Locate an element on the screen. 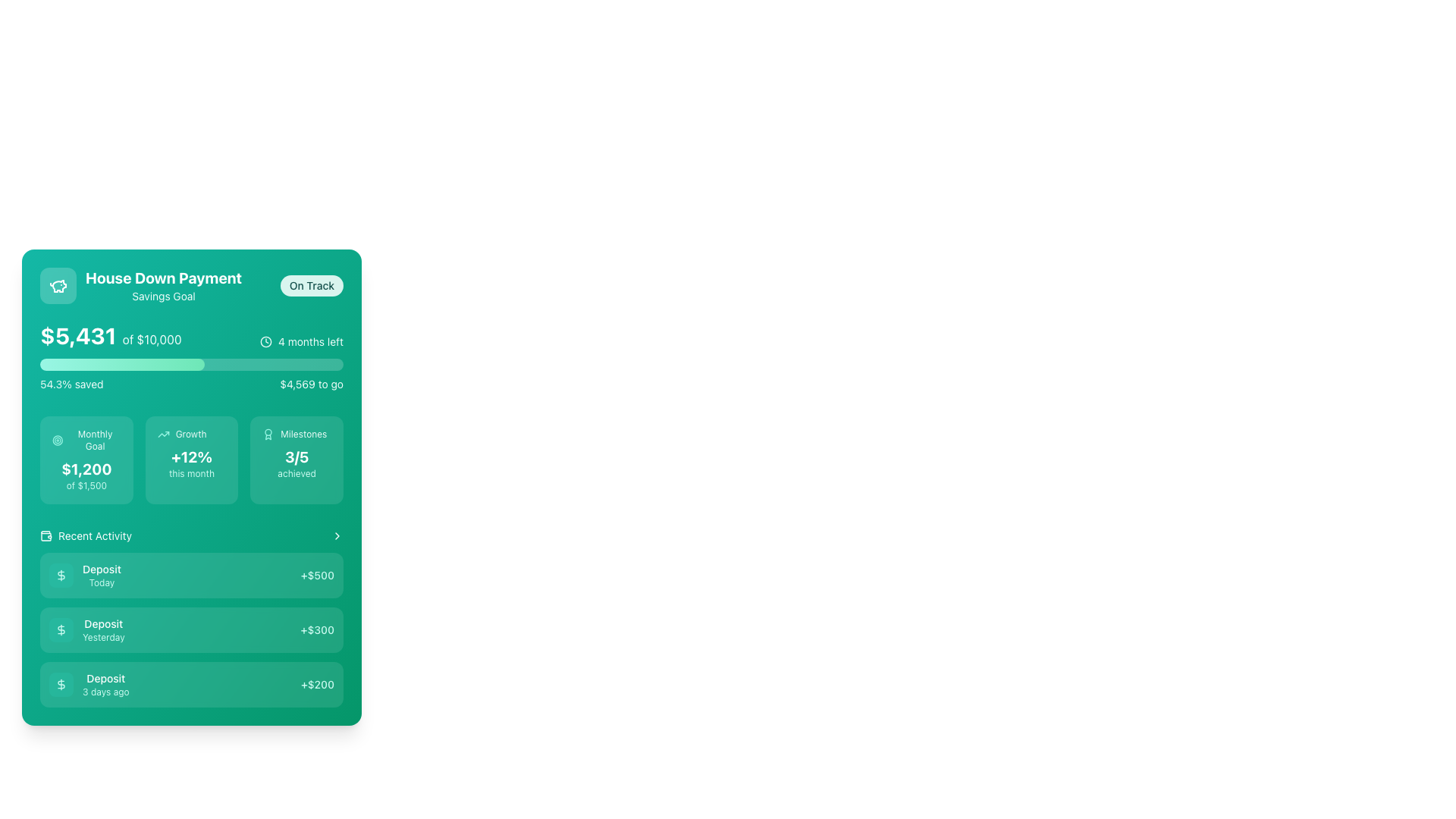 Image resolution: width=1456 pixels, height=819 pixels. the Text label representing today's deposit transaction in the 'Recent Activity' section of the card is located at coordinates (84, 576).